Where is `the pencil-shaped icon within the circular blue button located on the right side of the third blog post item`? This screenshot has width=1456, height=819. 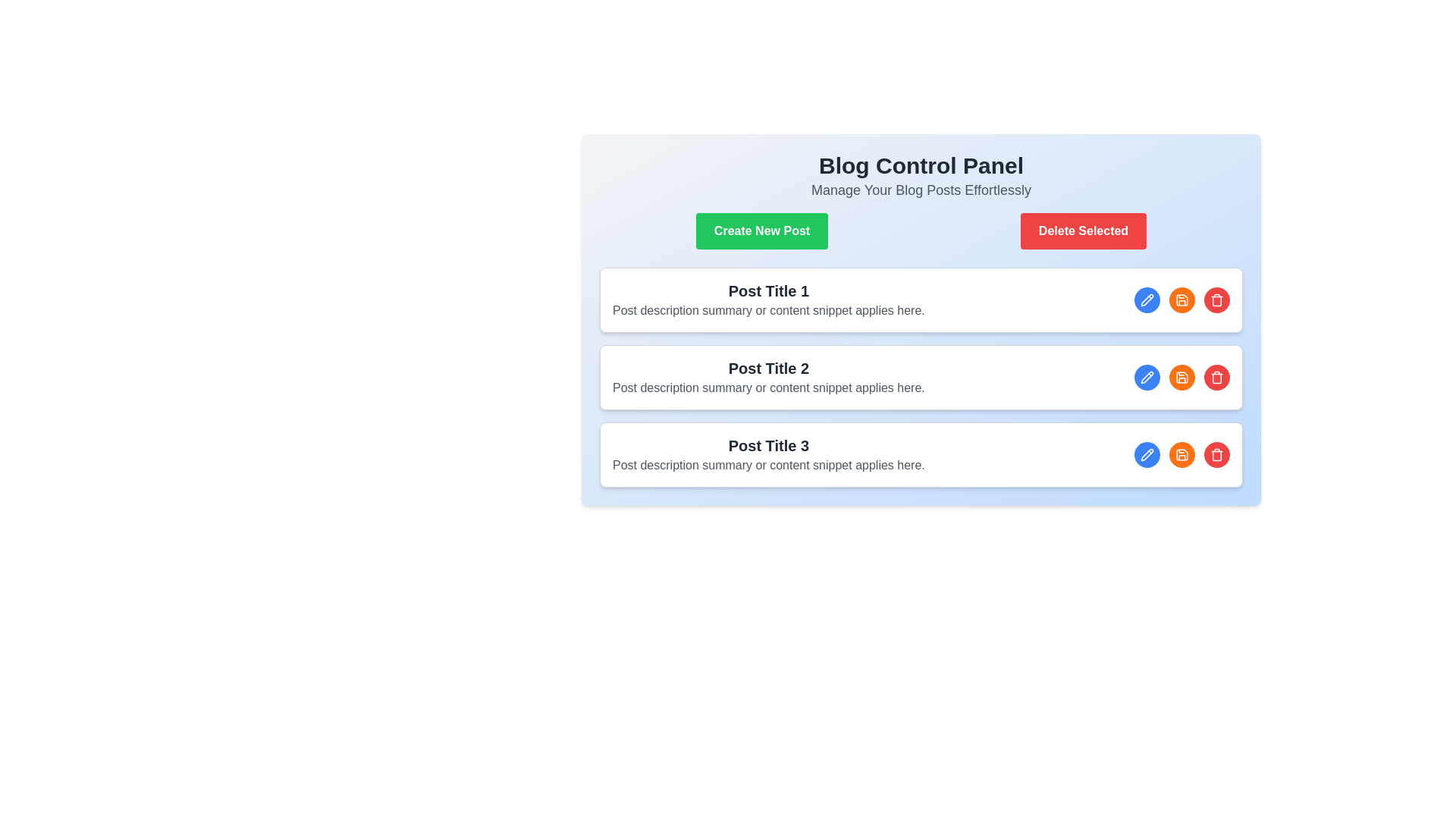
the pencil-shaped icon within the circular blue button located on the right side of the third blog post item is located at coordinates (1147, 376).